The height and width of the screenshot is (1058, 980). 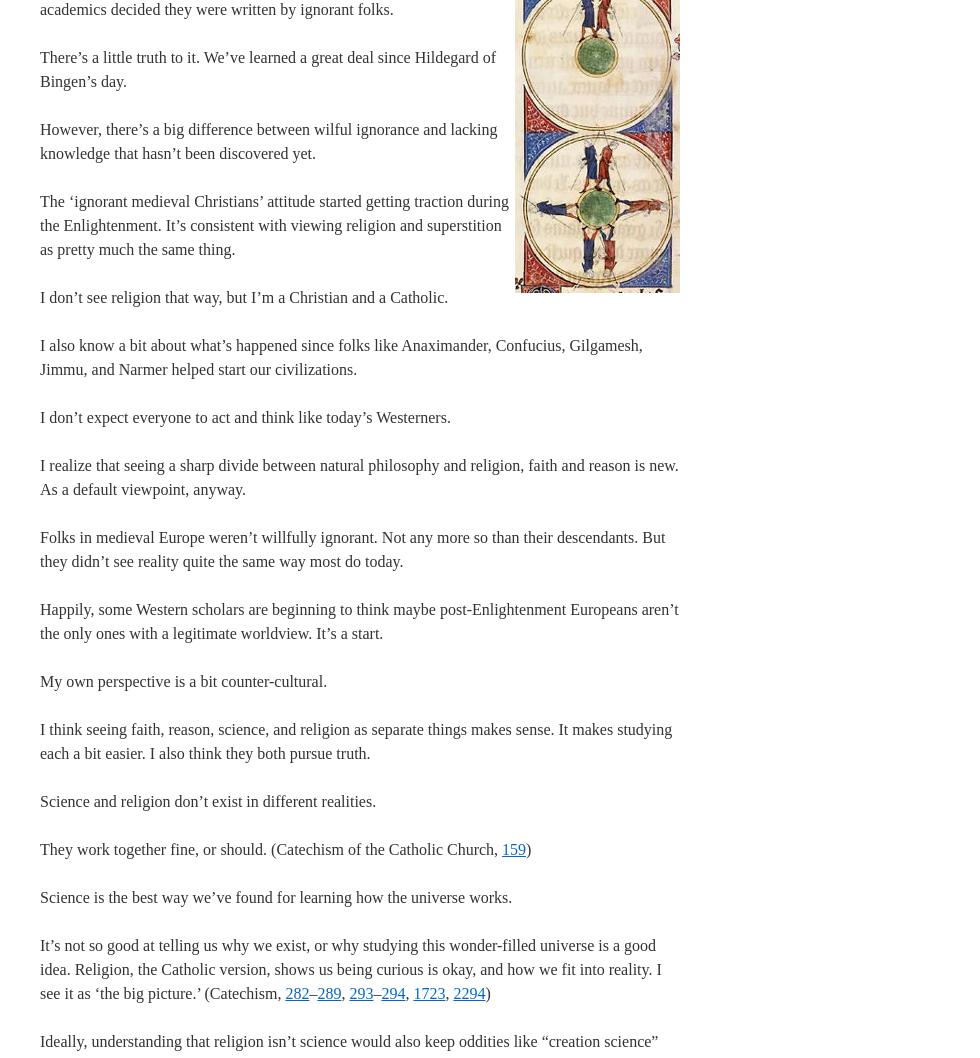 I want to click on 'It’s not so good at telling us why we exist, or why studying this wonder-filled universe is a good idea. Religion, the Catholic version, shows us being curious is okay, and how we fit into reality. I see it as ‘the big picture.’ (Catechism,', so click(x=350, y=969).